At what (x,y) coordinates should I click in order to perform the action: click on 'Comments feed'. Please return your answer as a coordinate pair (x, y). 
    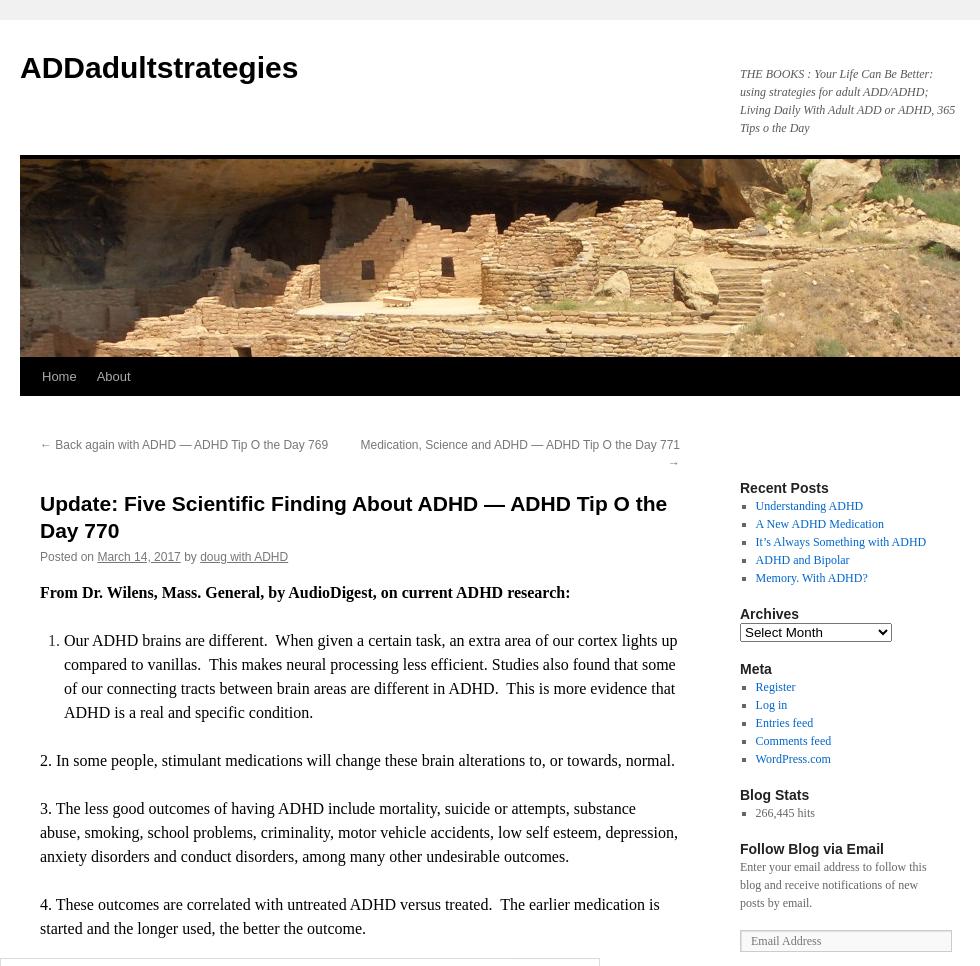
    Looking at the image, I should click on (793, 741).